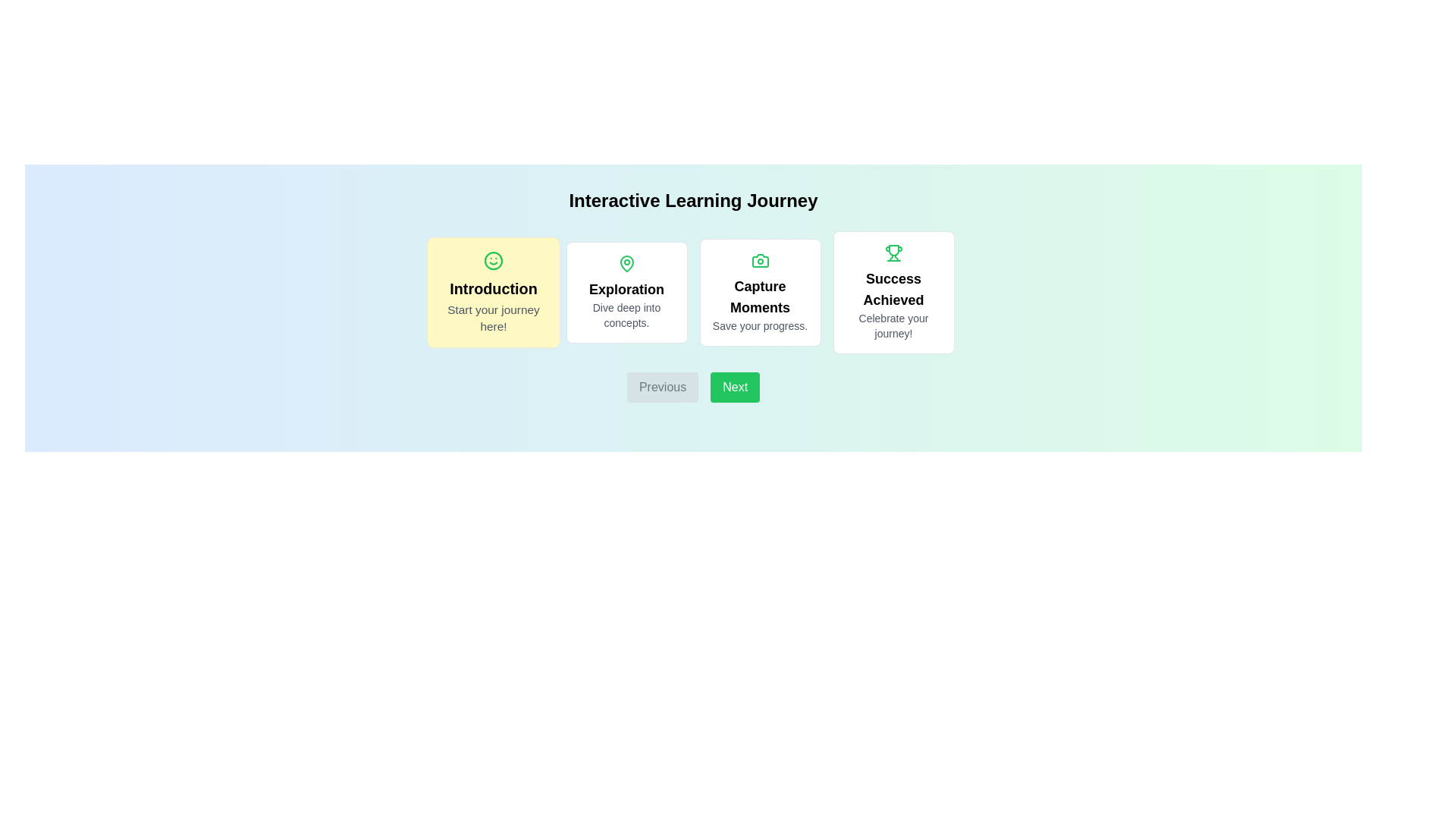  Describe the element at coordinates (626, 292) in the screenshot. I see `the card corresponding to the journey step Exploration` at that location.